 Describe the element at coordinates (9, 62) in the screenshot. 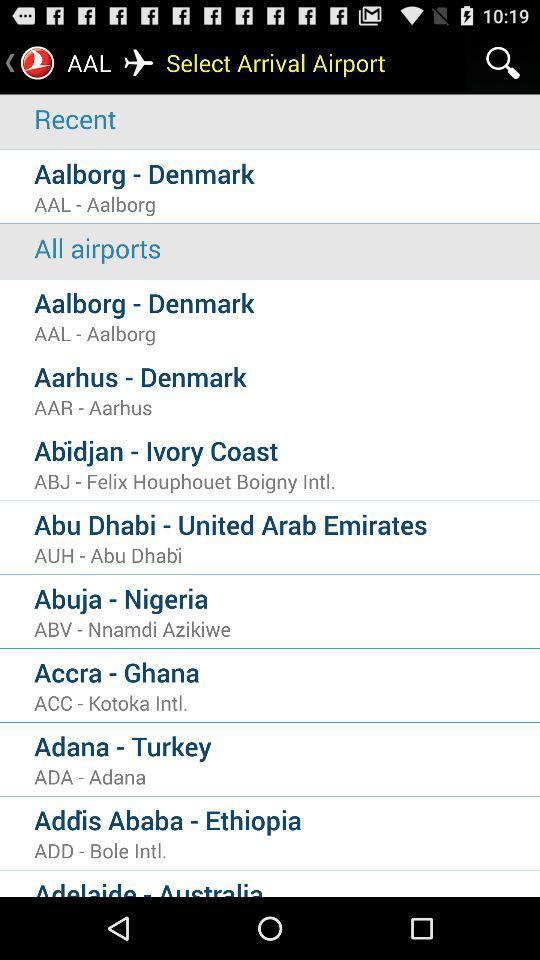

I see `go back` at that location.